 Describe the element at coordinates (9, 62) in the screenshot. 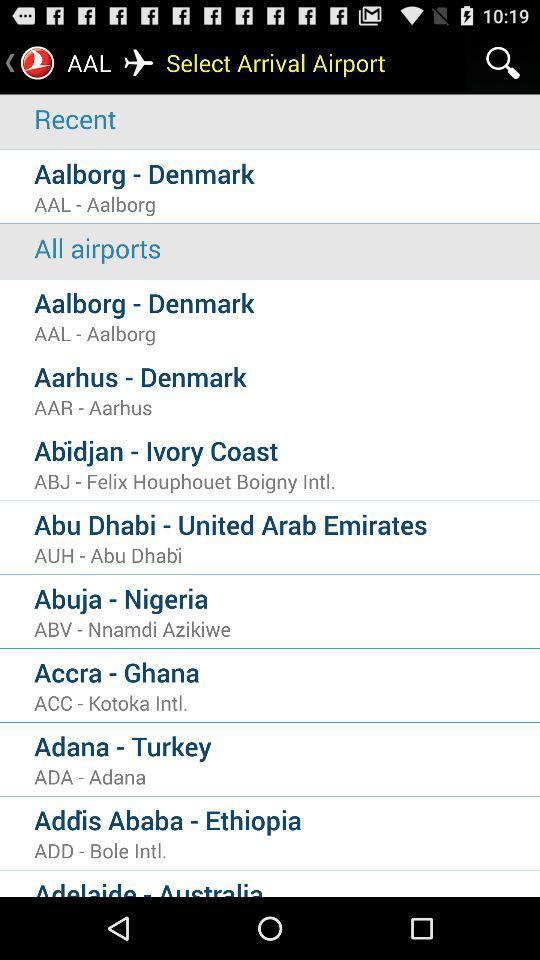

I see `go back` at that location.